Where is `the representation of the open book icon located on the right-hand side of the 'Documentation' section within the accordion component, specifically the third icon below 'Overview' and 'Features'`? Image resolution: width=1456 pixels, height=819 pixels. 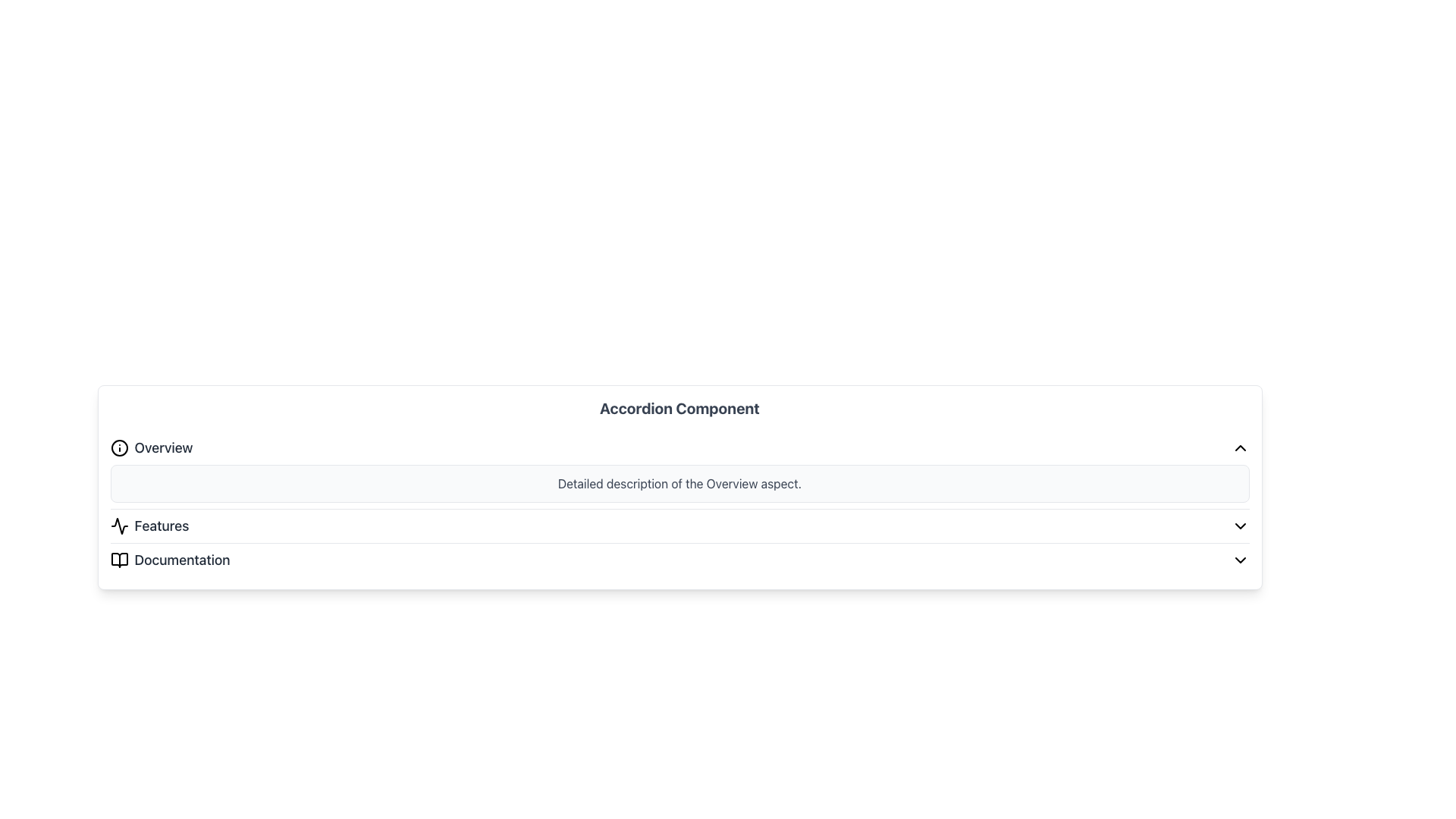
the representation of the open book icon located on the right-hand side of the 'Documentation' section within the accordion component, specifically the third icon below 'Overview' and 'Features' is located at coordinates (118, 560).